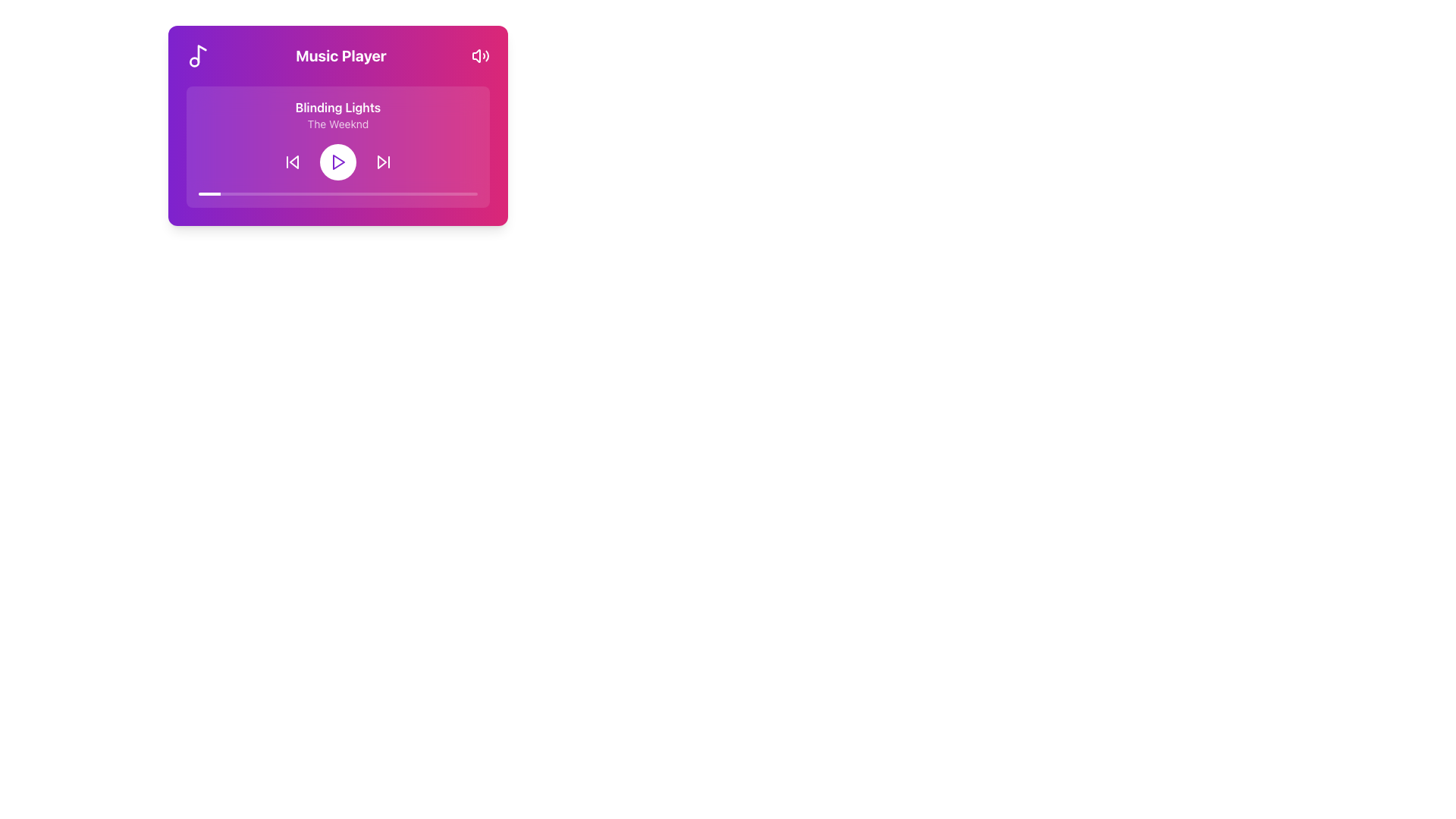  I want to click on the triangular play icon located inside the circular white button in the center of the music player's control area to play the music, so click(337, 162).